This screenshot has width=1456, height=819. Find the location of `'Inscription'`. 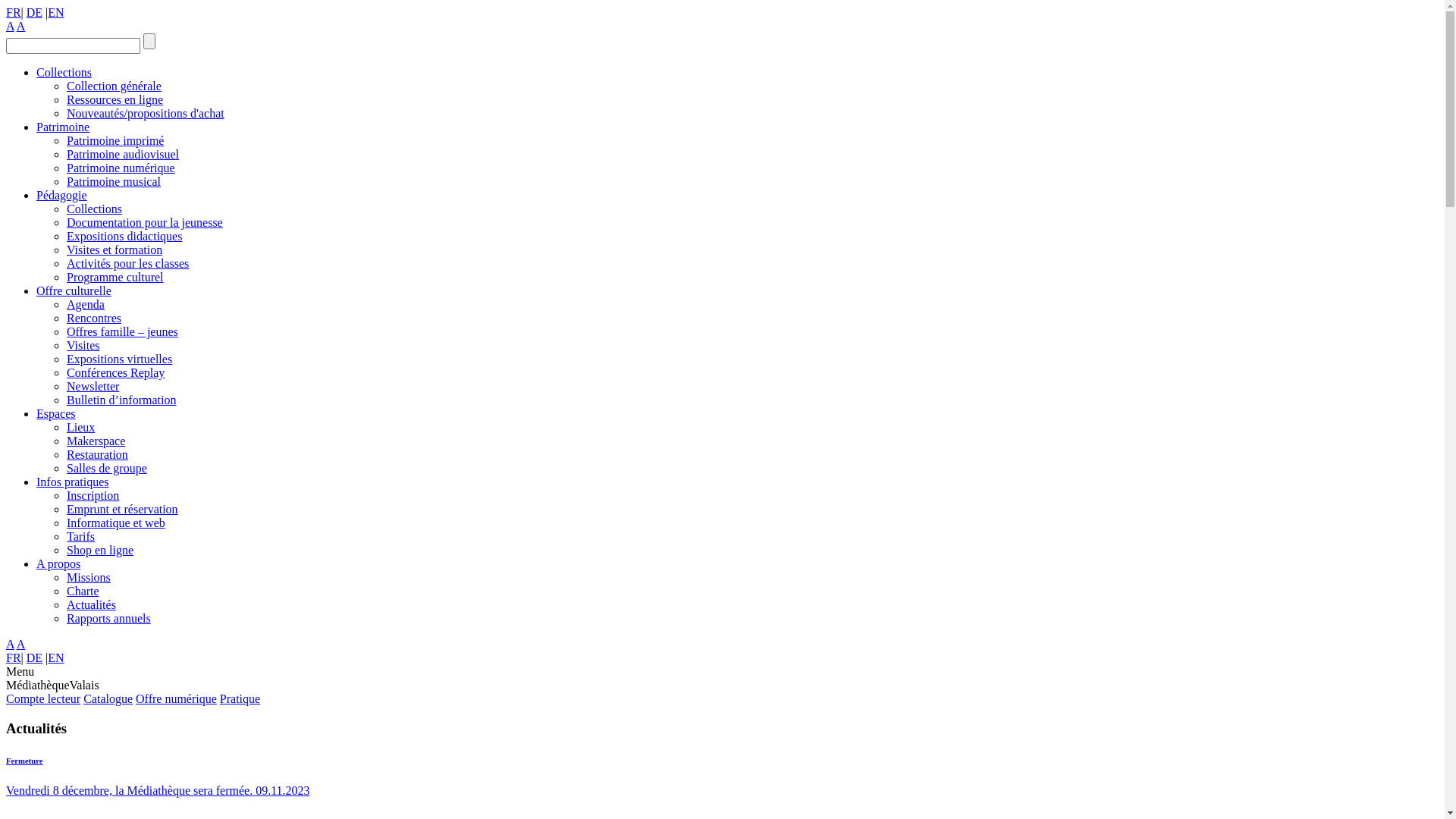

'Inscription' is located at coordinates (92, 495).